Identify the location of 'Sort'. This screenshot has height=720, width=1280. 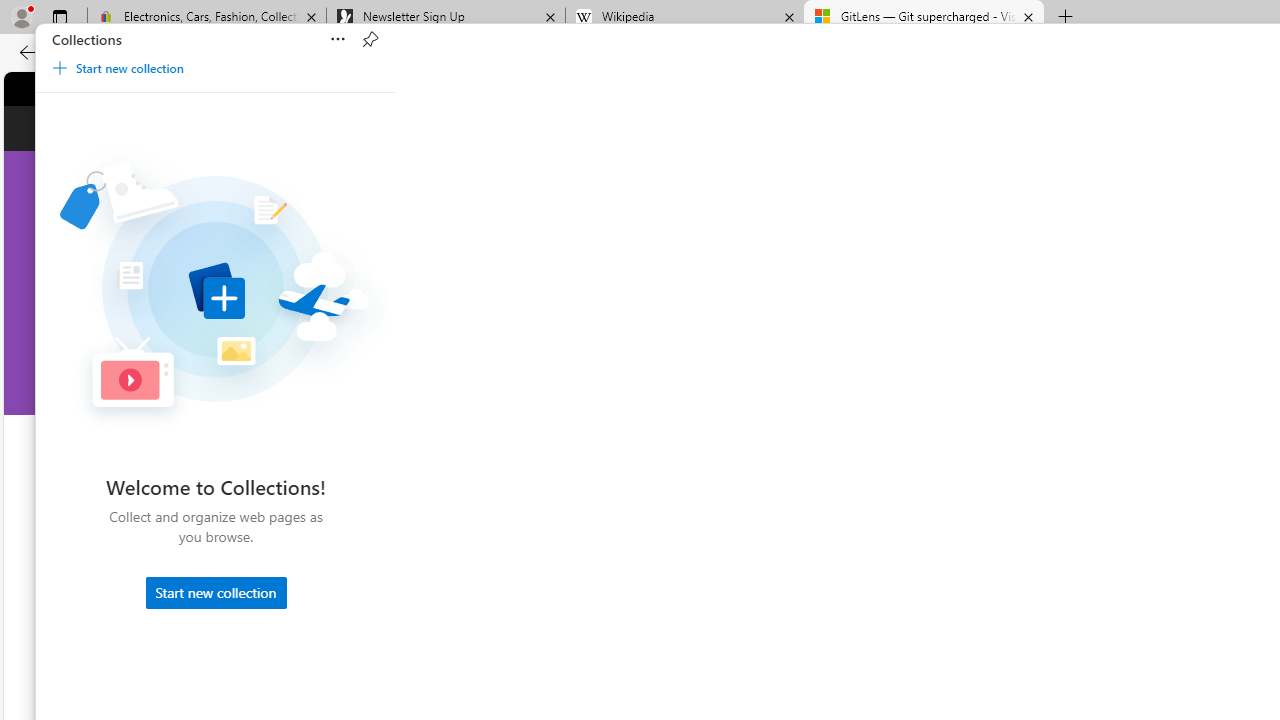
(337, 39).